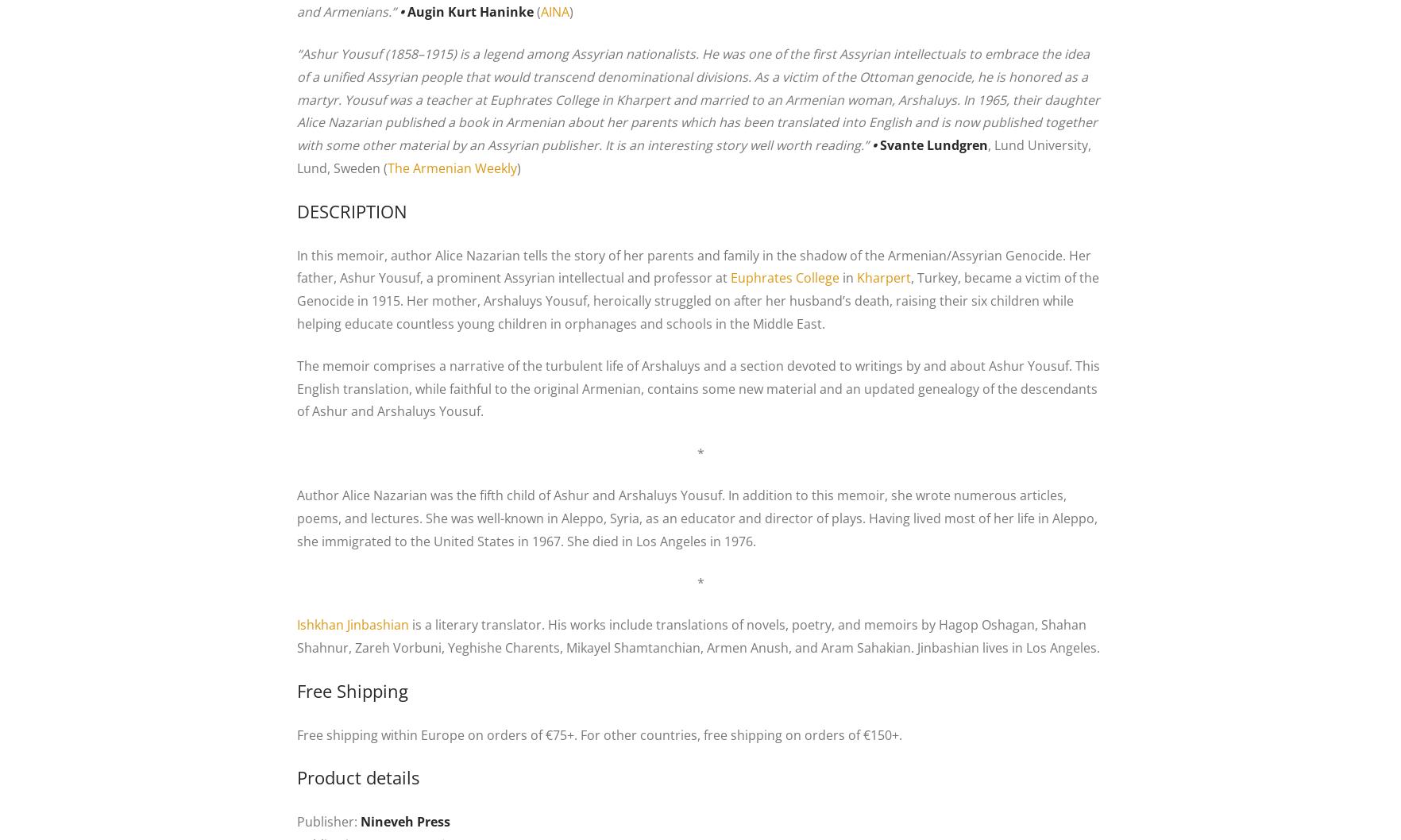  What do you see at coordinates (697, 517) in the screenshot?
I see `'Author Alice Nazarian was the fifth child of Ashur and Arshaluys Yousuf. In addition to this memoir, she wrote numerous articles, poems, and lectures. She was well-known in Aleppo, Syria, as an educator and director of plays. Having lived most of her life in Aleppo, she immigrated to the United States in 1967. She died in Los Angeles in 1976.'` at bounding box center [697, 517].